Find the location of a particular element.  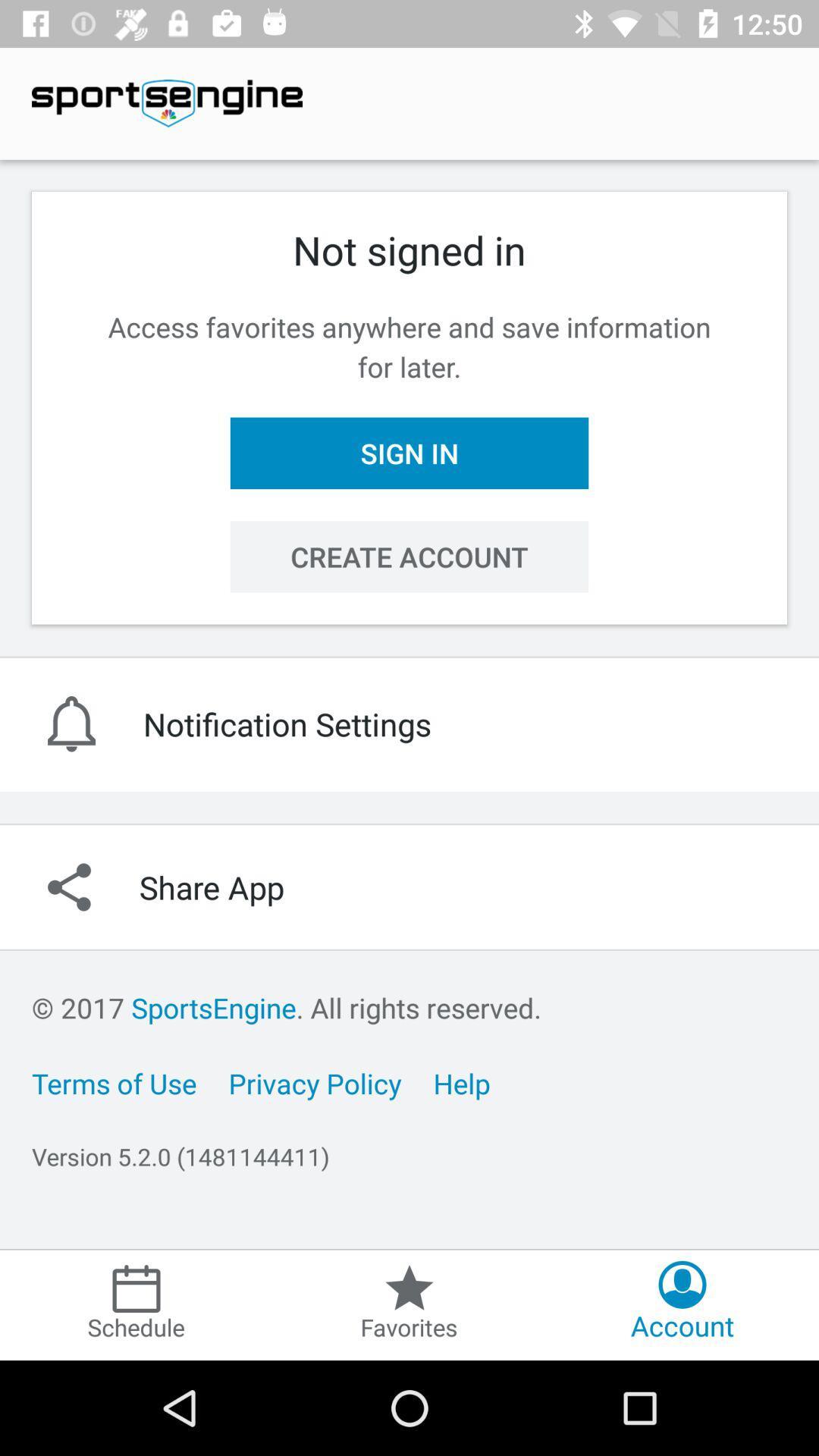

2017 sportsengine all is located at coordinates (287, 1008).